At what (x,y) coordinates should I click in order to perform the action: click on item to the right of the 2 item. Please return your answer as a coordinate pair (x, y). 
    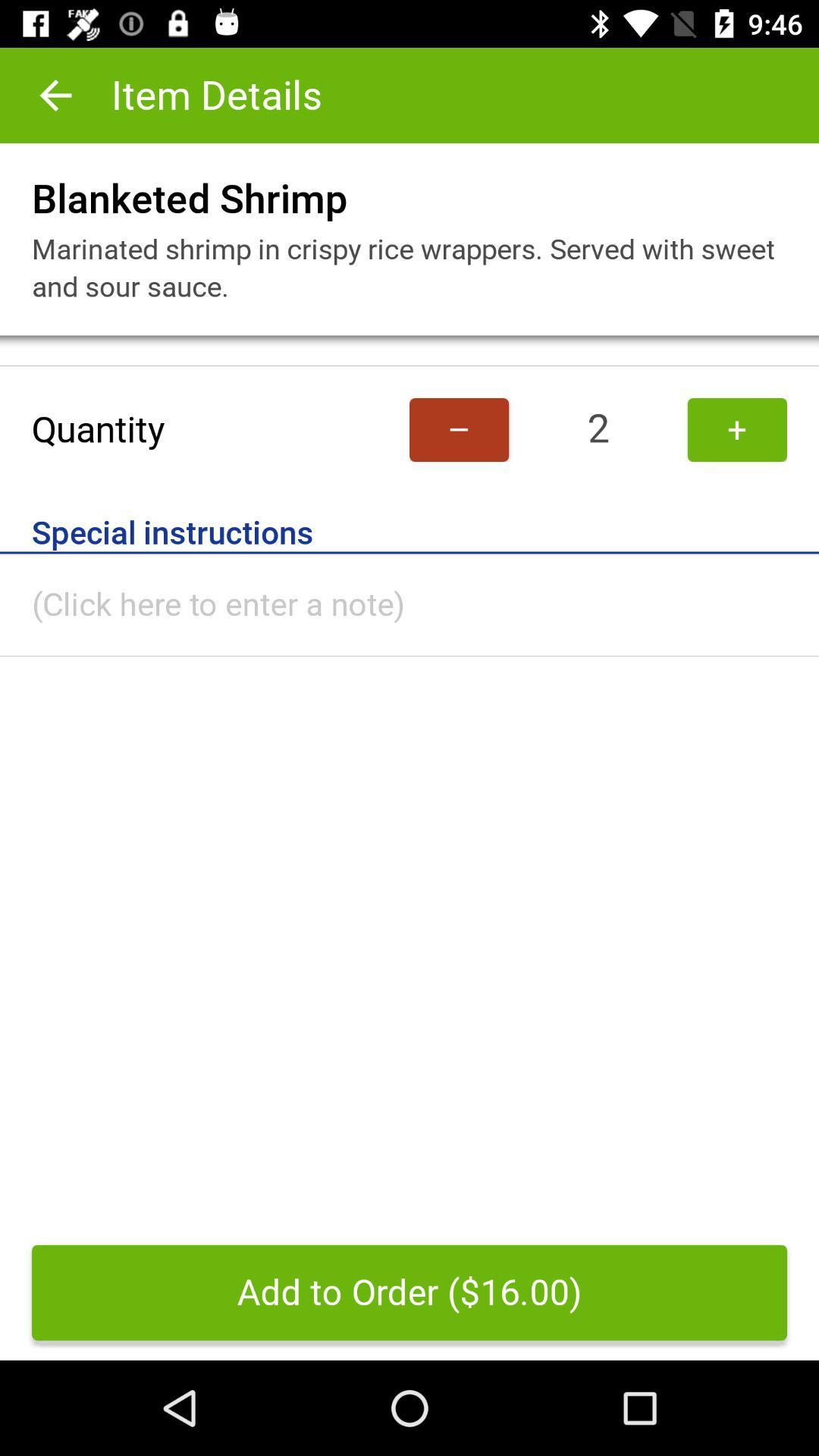
    Looking at the image, I should click on (736, 428).